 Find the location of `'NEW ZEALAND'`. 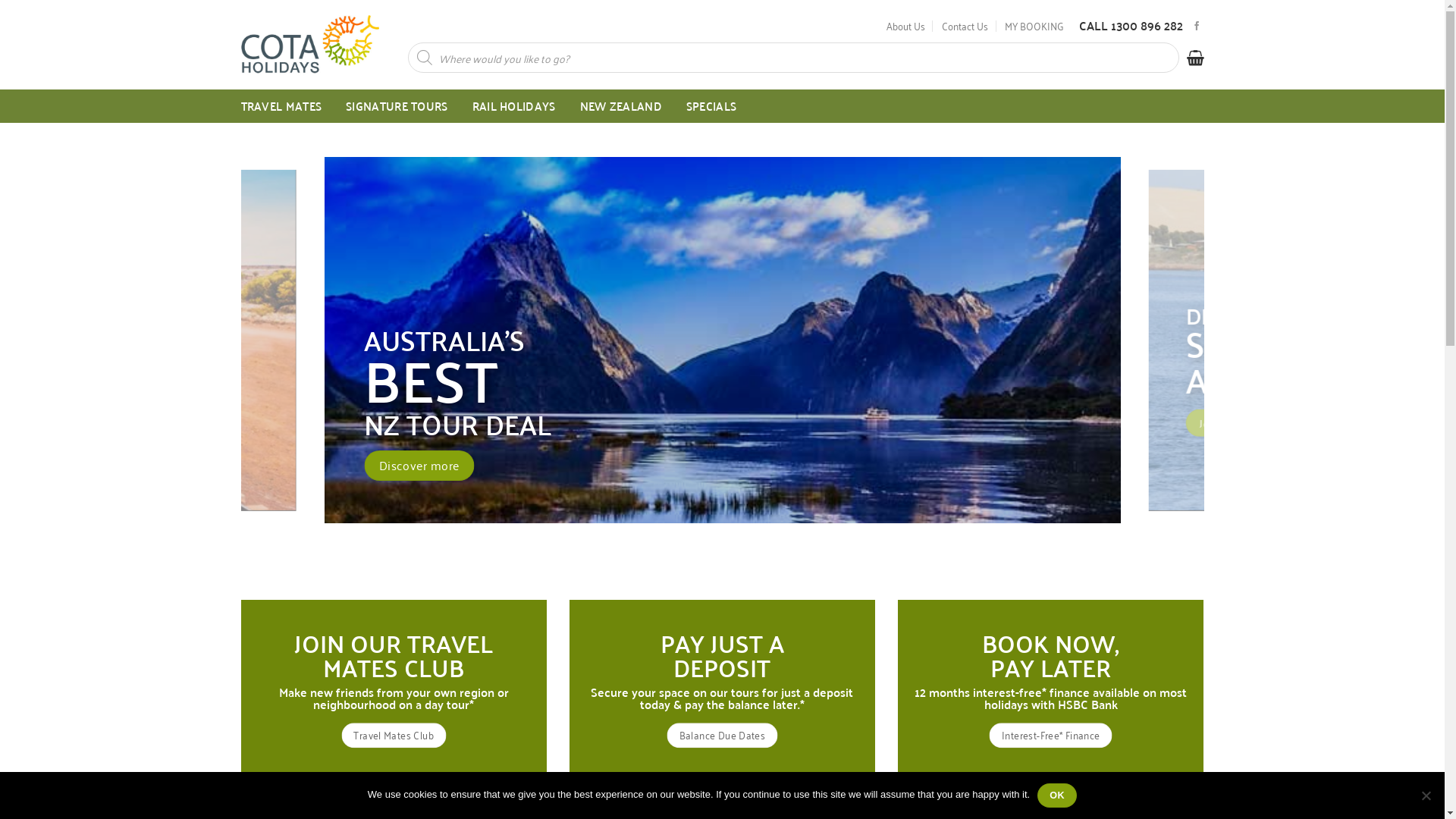

'NEW ZEALAND' is located at coordinates (621, 105).